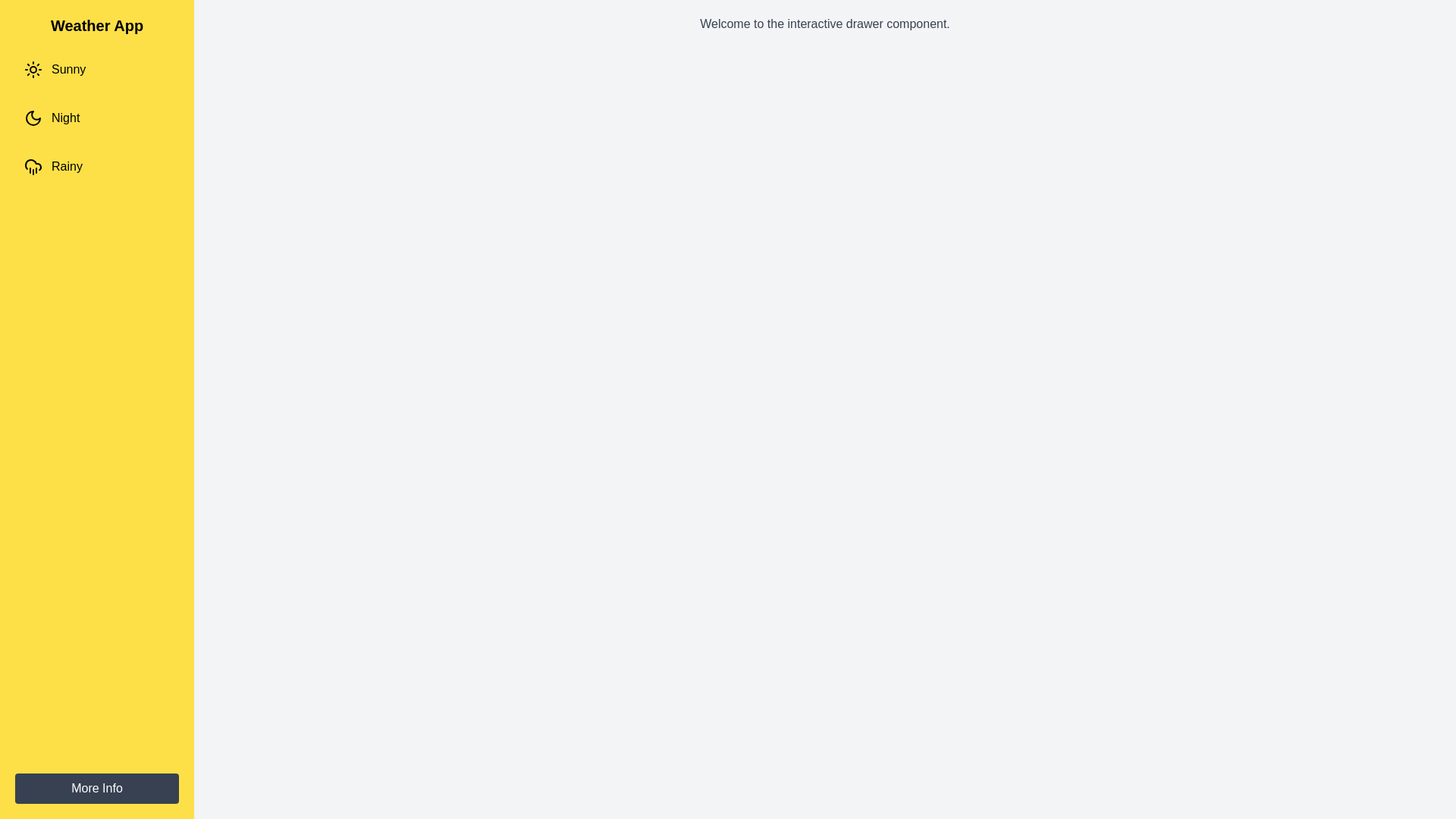 The width and height of the screenshot is (1456, 819). Describe the element at coordinates (33, 166) in the screenshot. I see `the 'Rainy' graphical cloud icon, which features three vertical lines beneath it, in the left navigation bar` at that location.